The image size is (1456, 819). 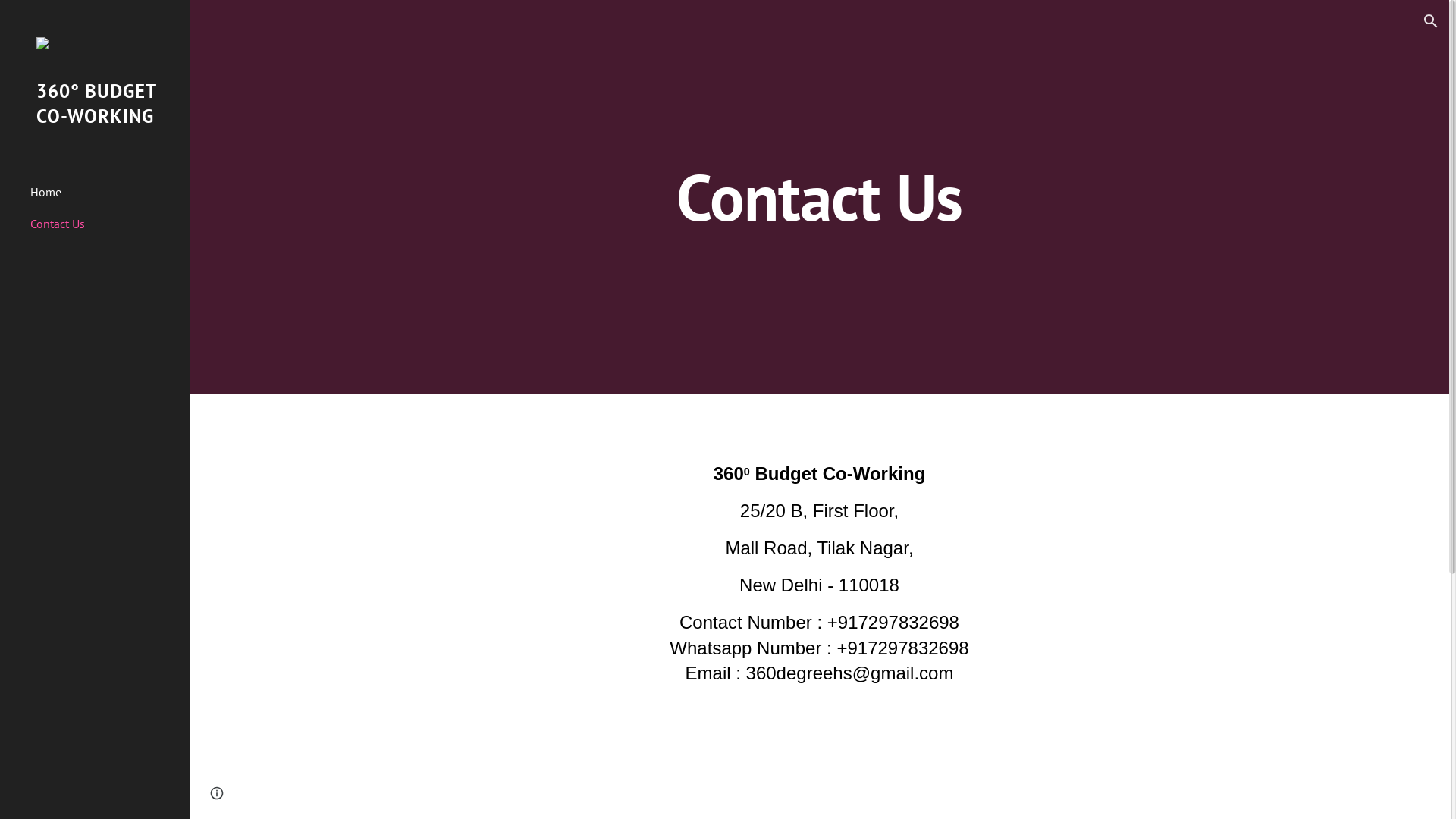 I want to click on 'Home', so click(x=27, y=191).